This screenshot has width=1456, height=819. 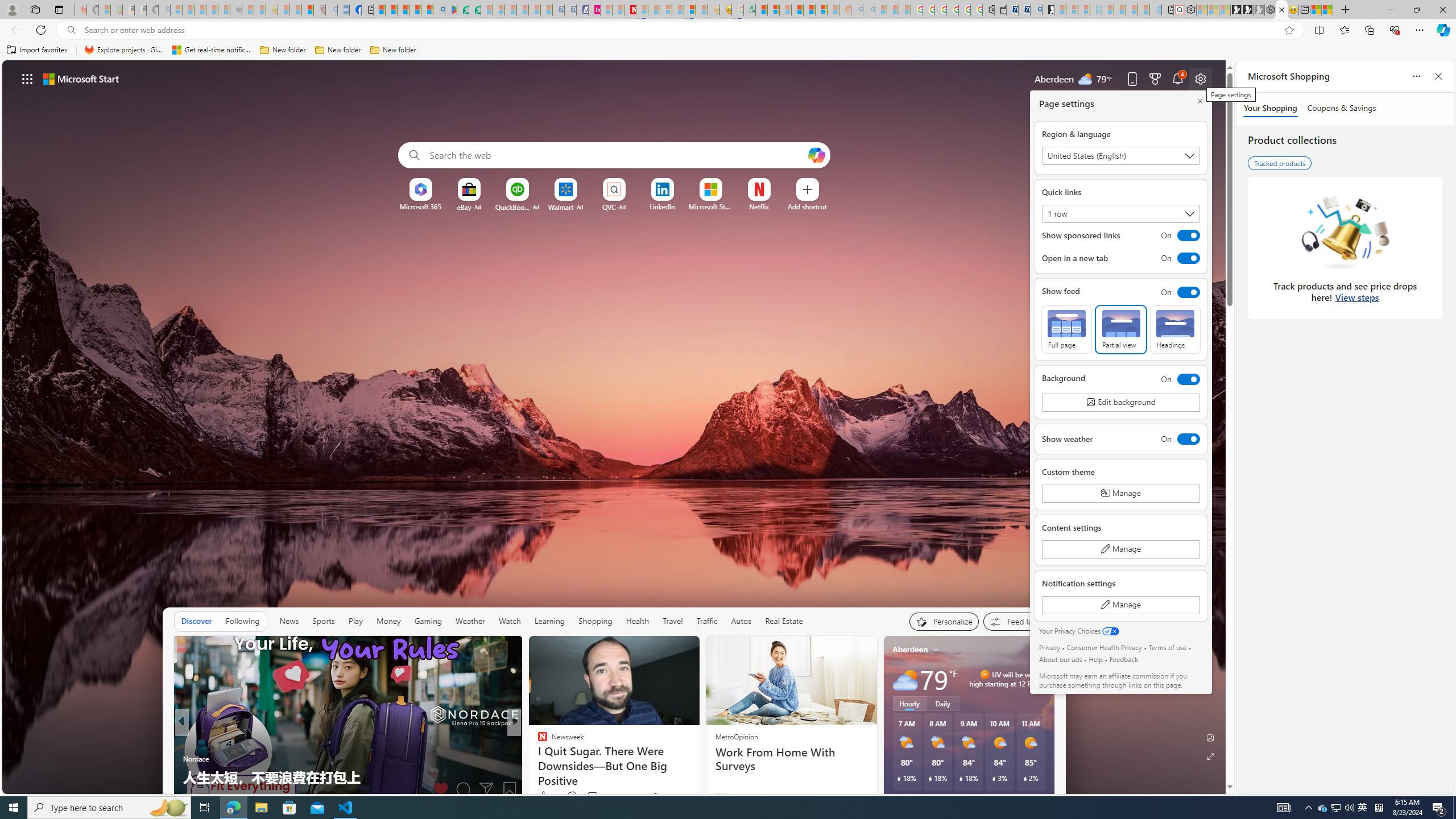 What do you see at coordinates (392, 49) in the screenshot?
I see `'New folder'` at bounding box center [392, 49].